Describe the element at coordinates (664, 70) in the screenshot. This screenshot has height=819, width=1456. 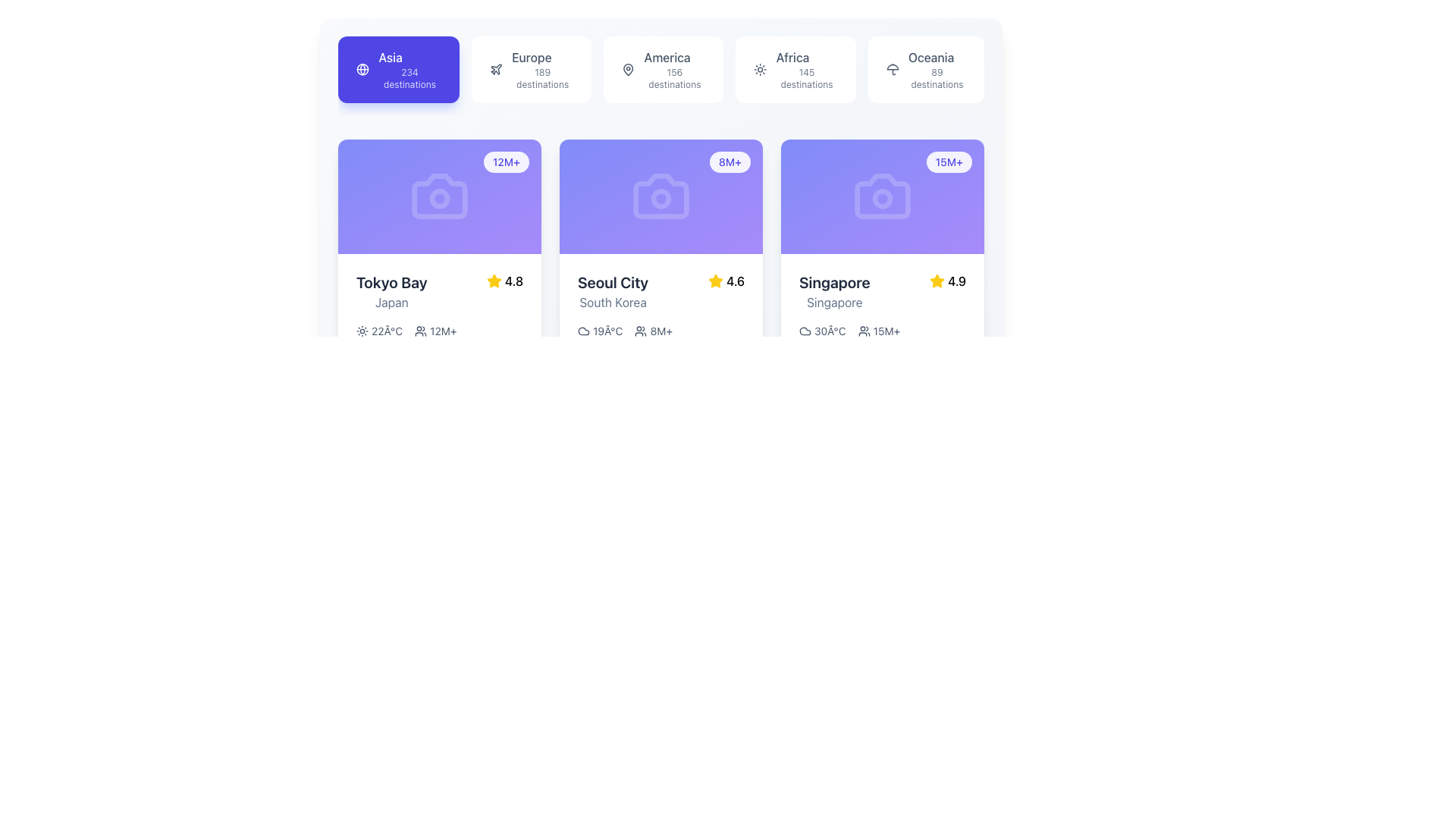
I see `the 'America' button, which is a rectangular clickable area with a white background and rounded corners, displaying the text 'America' above '156 destinations' along with a location pin icon on the left` at that location.